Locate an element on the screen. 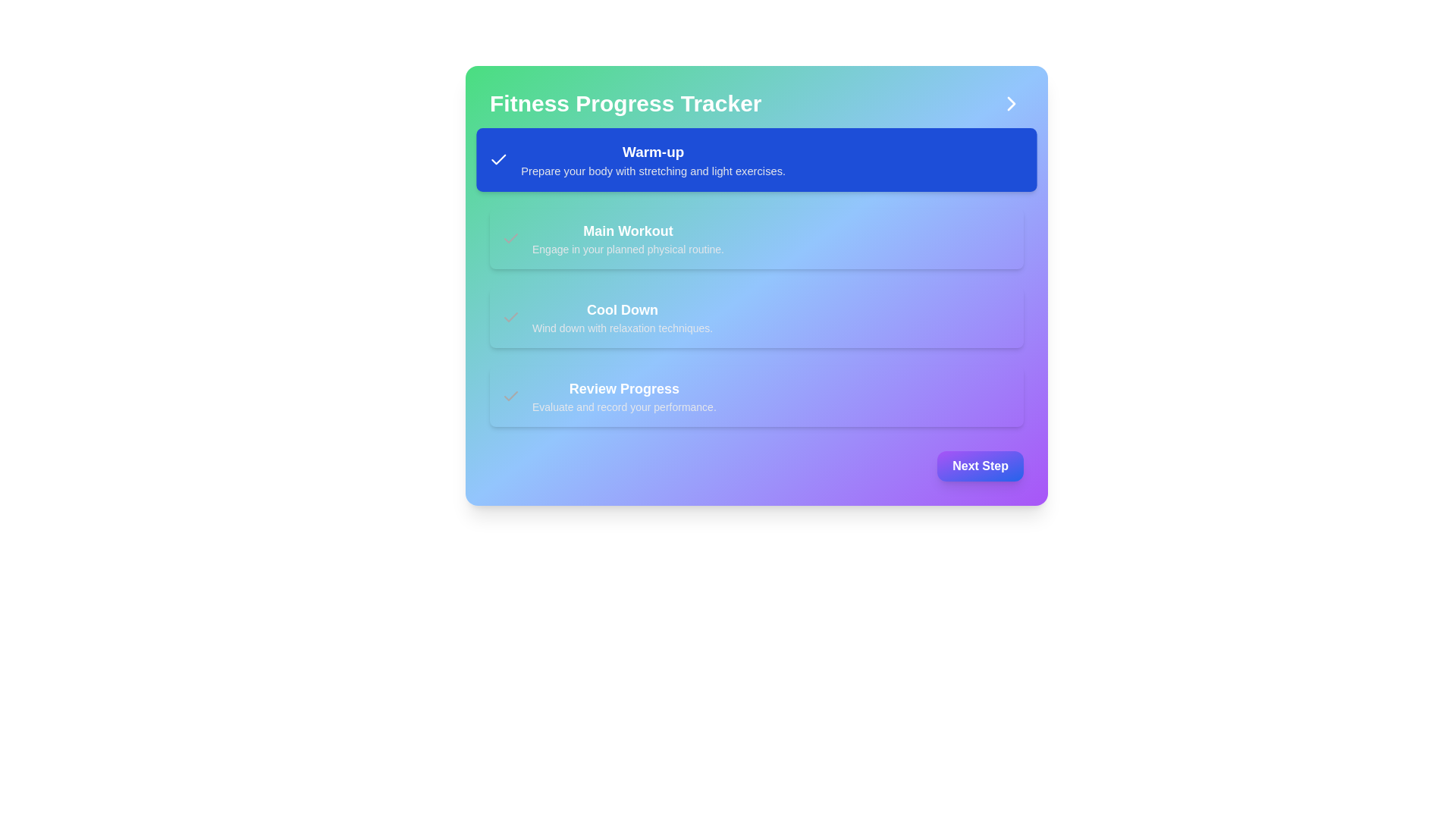  the status represented by the small checkmark icon located within the third card titled 'Cool Down' in the fitness progress tracker interface is located at coordinates (510, 237).